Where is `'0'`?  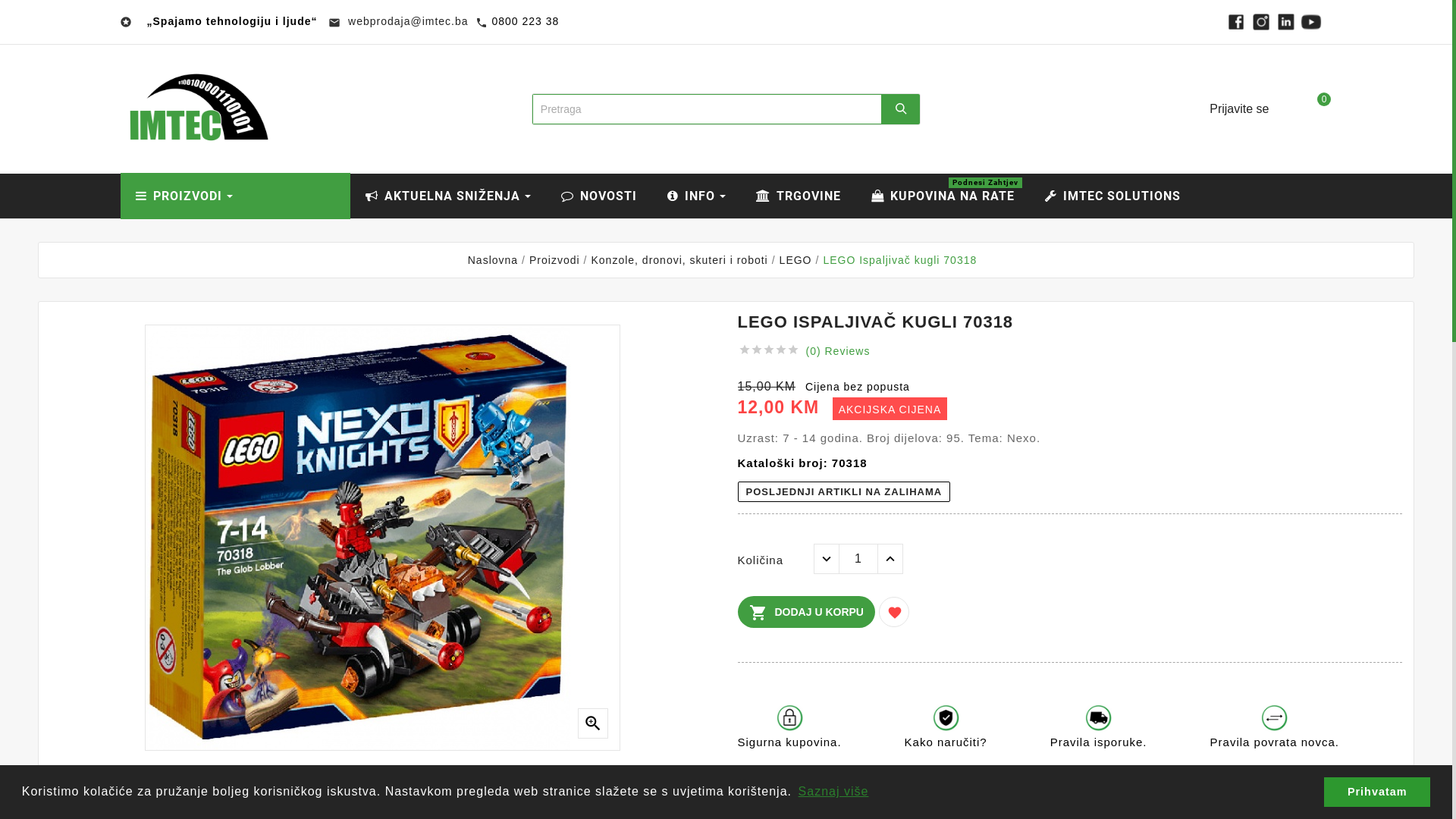 '0' is located at coordinates (1291, 108).